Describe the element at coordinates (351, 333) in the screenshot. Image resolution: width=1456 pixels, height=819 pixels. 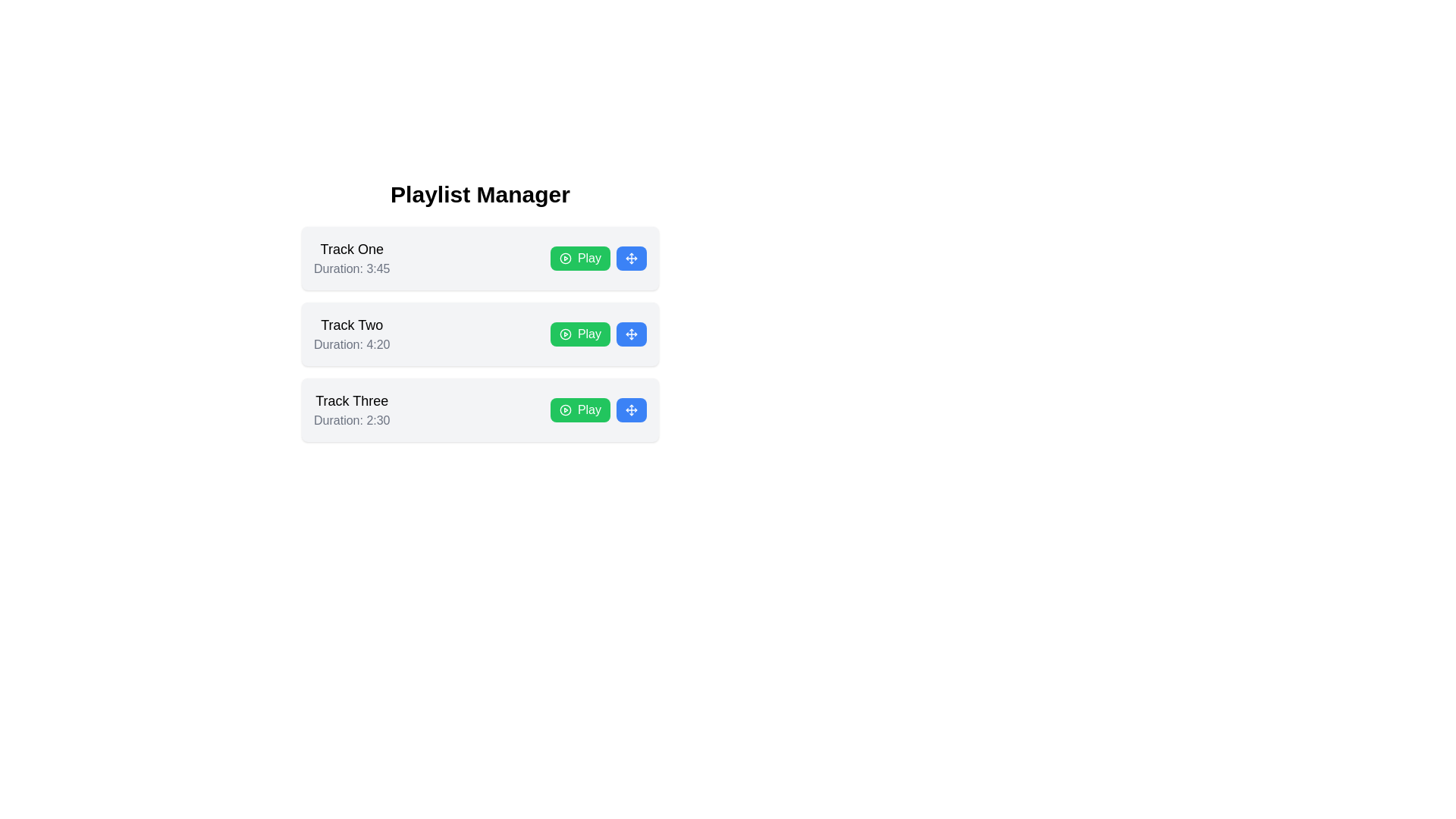
I see `the static text display component that shows the title and duration of the second track in the playlist, located under the 'Playlist Manager' heading` at that location.